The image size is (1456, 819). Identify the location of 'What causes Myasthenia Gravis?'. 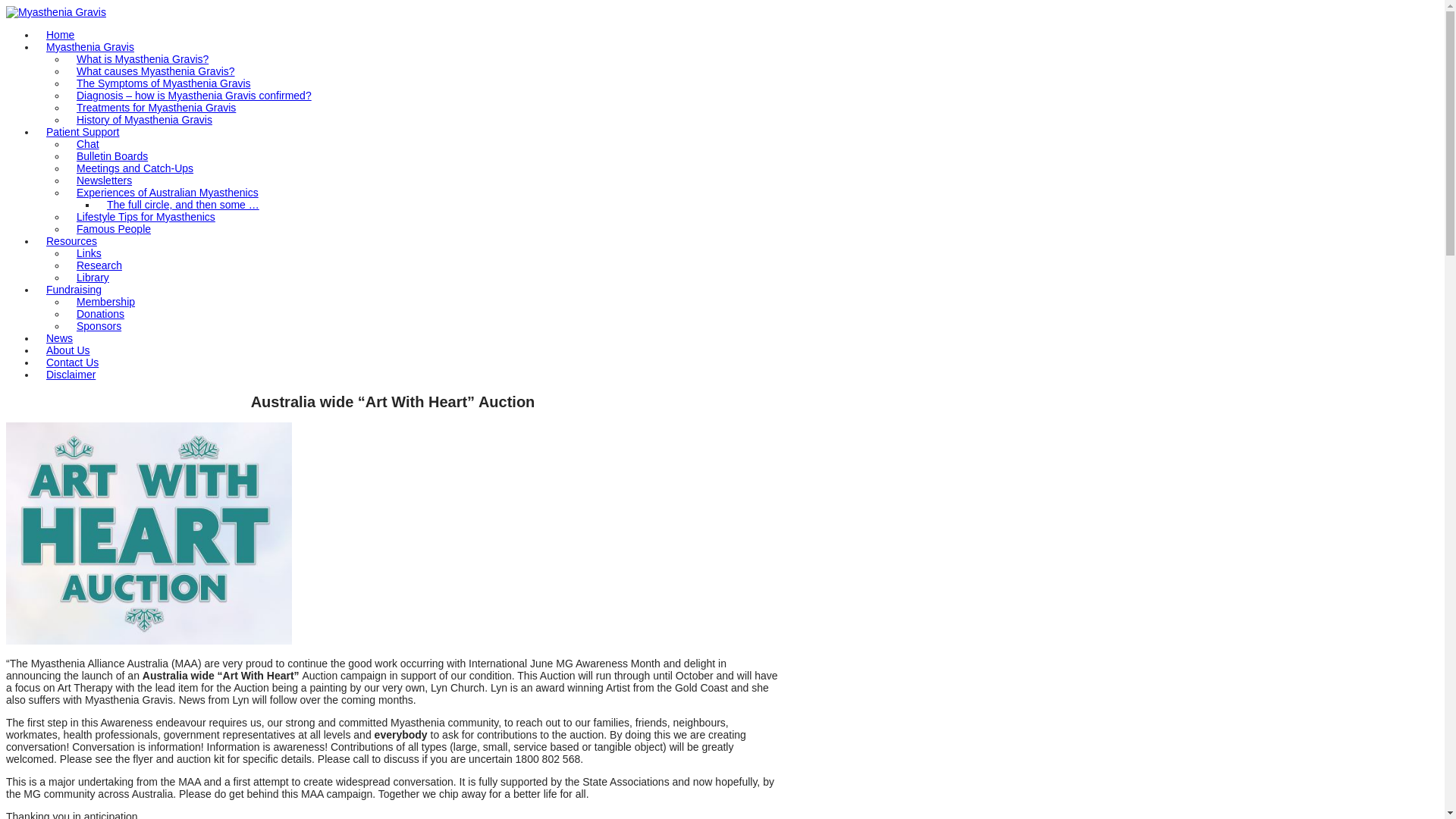
(155, 71).